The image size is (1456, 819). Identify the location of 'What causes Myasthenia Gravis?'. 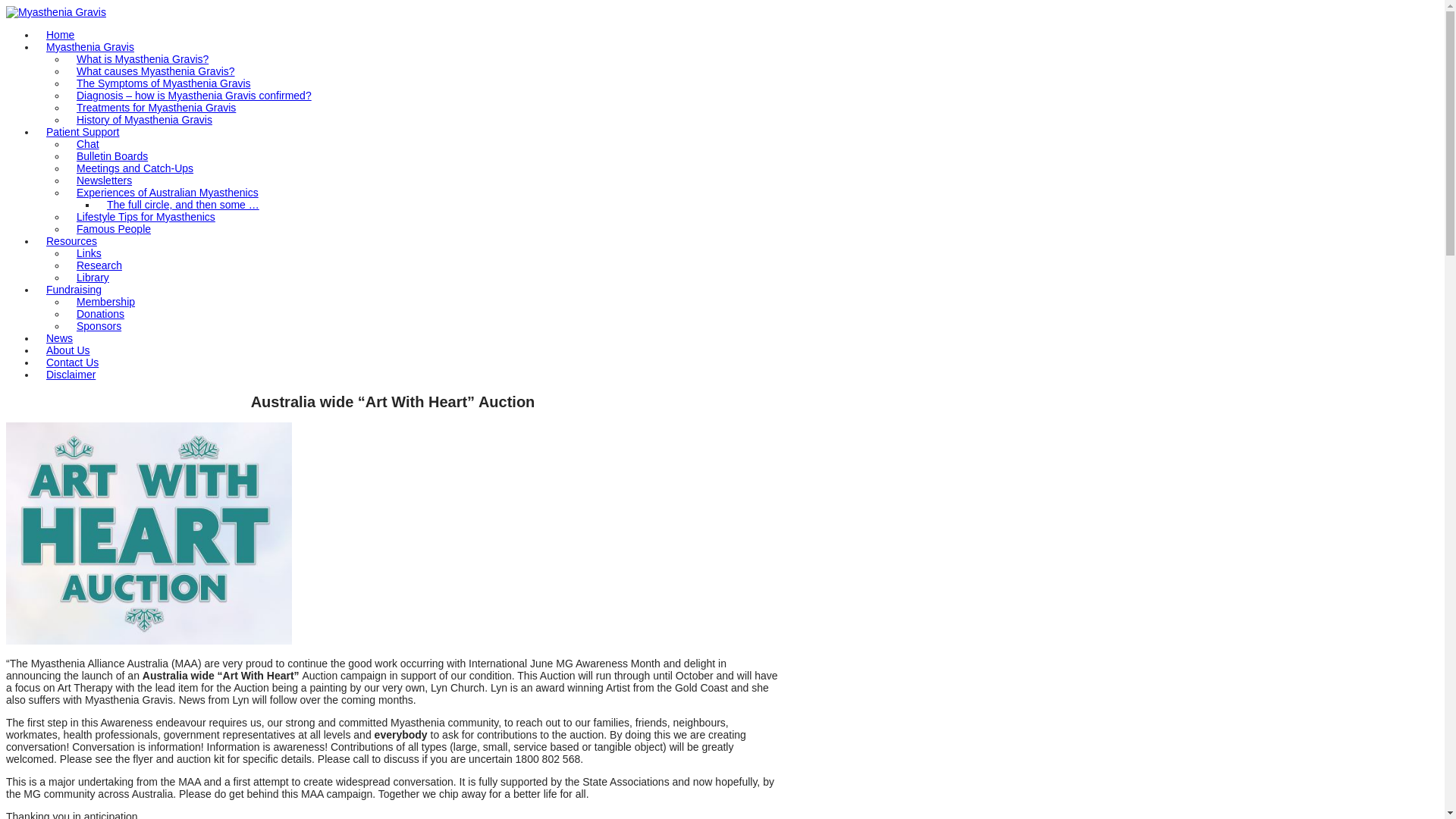
(155, 71).